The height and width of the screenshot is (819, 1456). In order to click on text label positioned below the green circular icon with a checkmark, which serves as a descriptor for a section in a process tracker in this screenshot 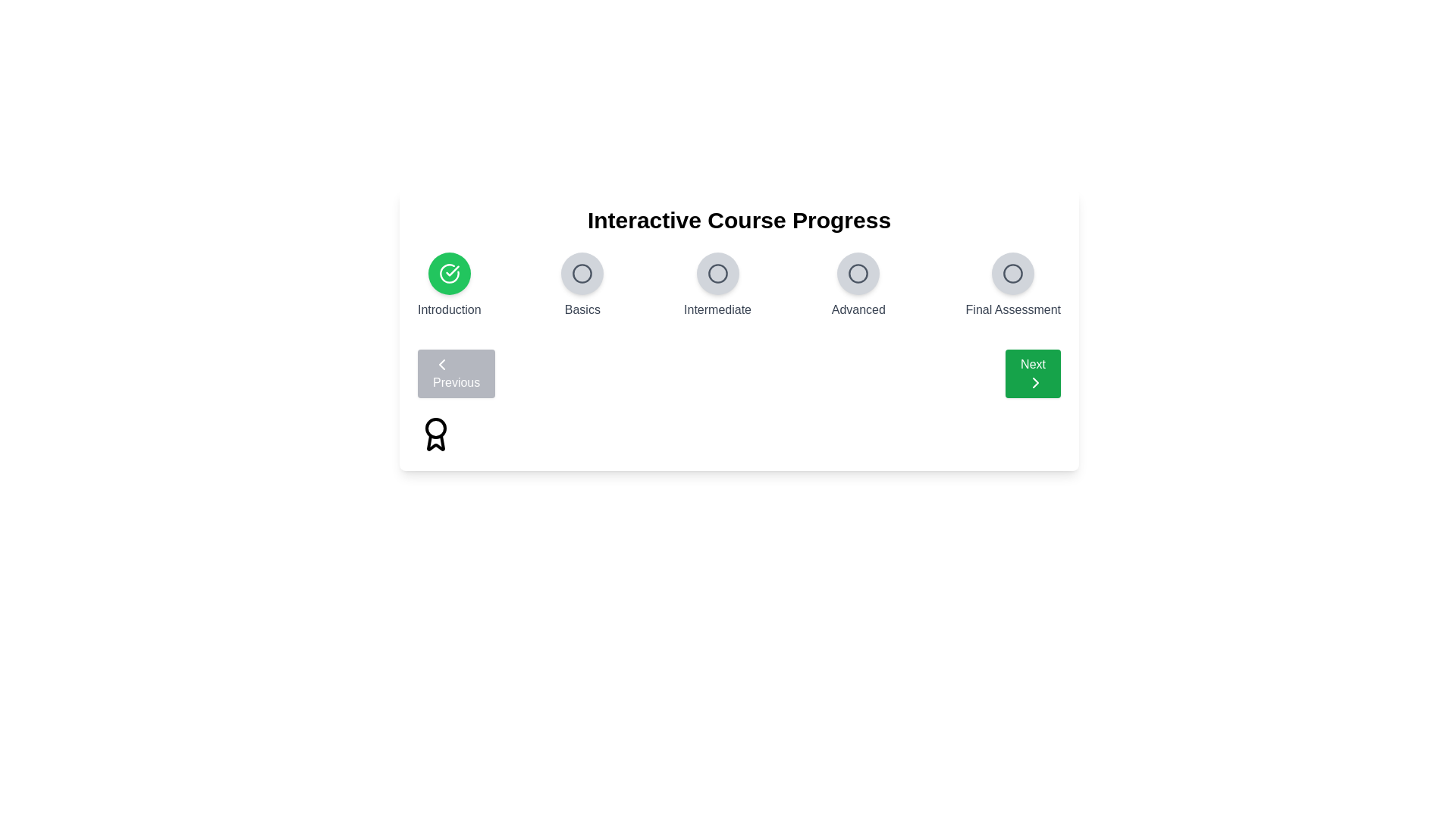, I will do `click(448, 309)`.